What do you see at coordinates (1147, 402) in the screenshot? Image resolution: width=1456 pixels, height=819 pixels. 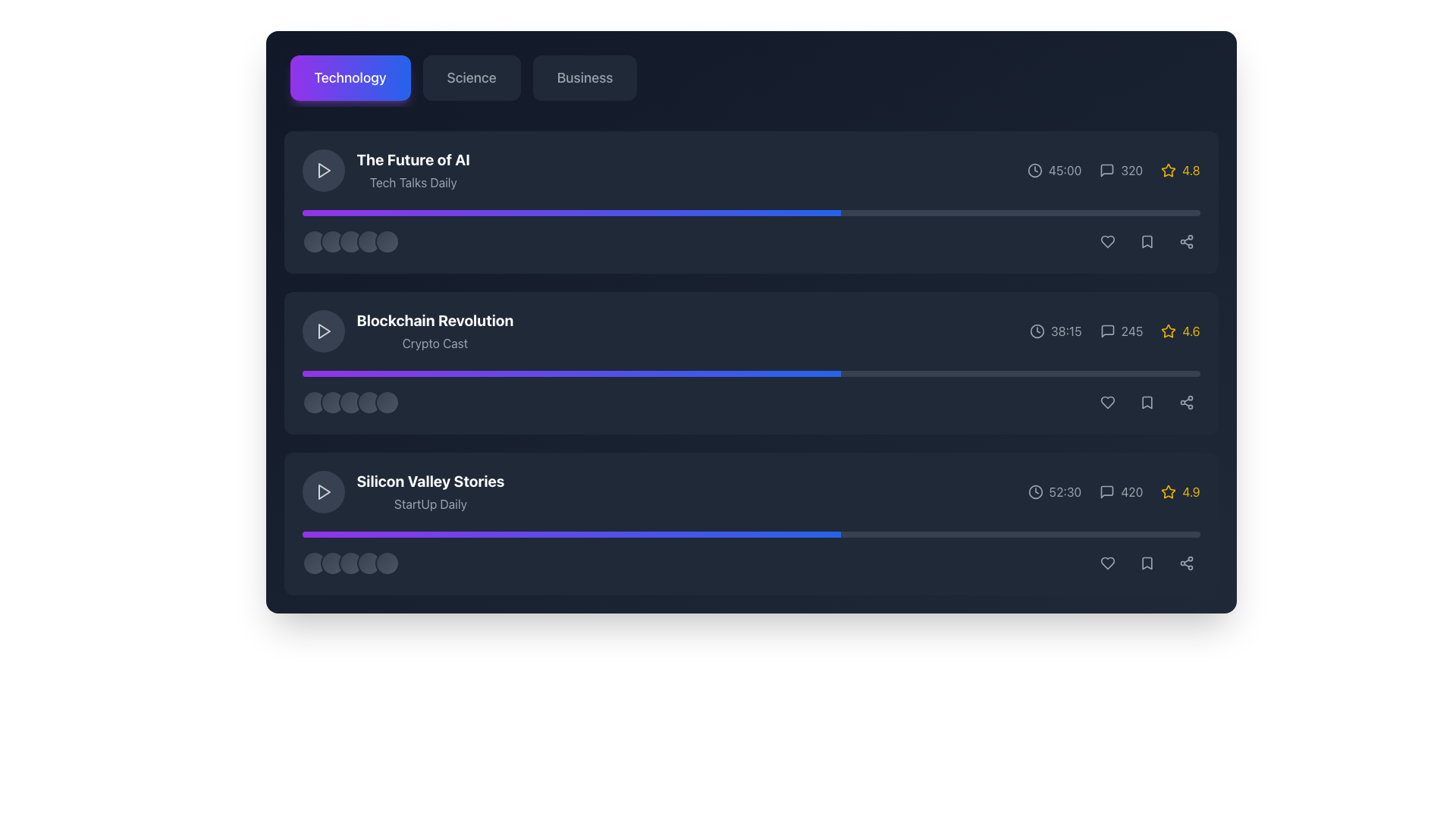 I see `the bookmark icon in the 'Silicon Valley Stories' section, which is a minimalistic icon resembling an open book or flag, located at the bottom row aligned to the right side next to a heart icon` at bounding box center [1147, 402].